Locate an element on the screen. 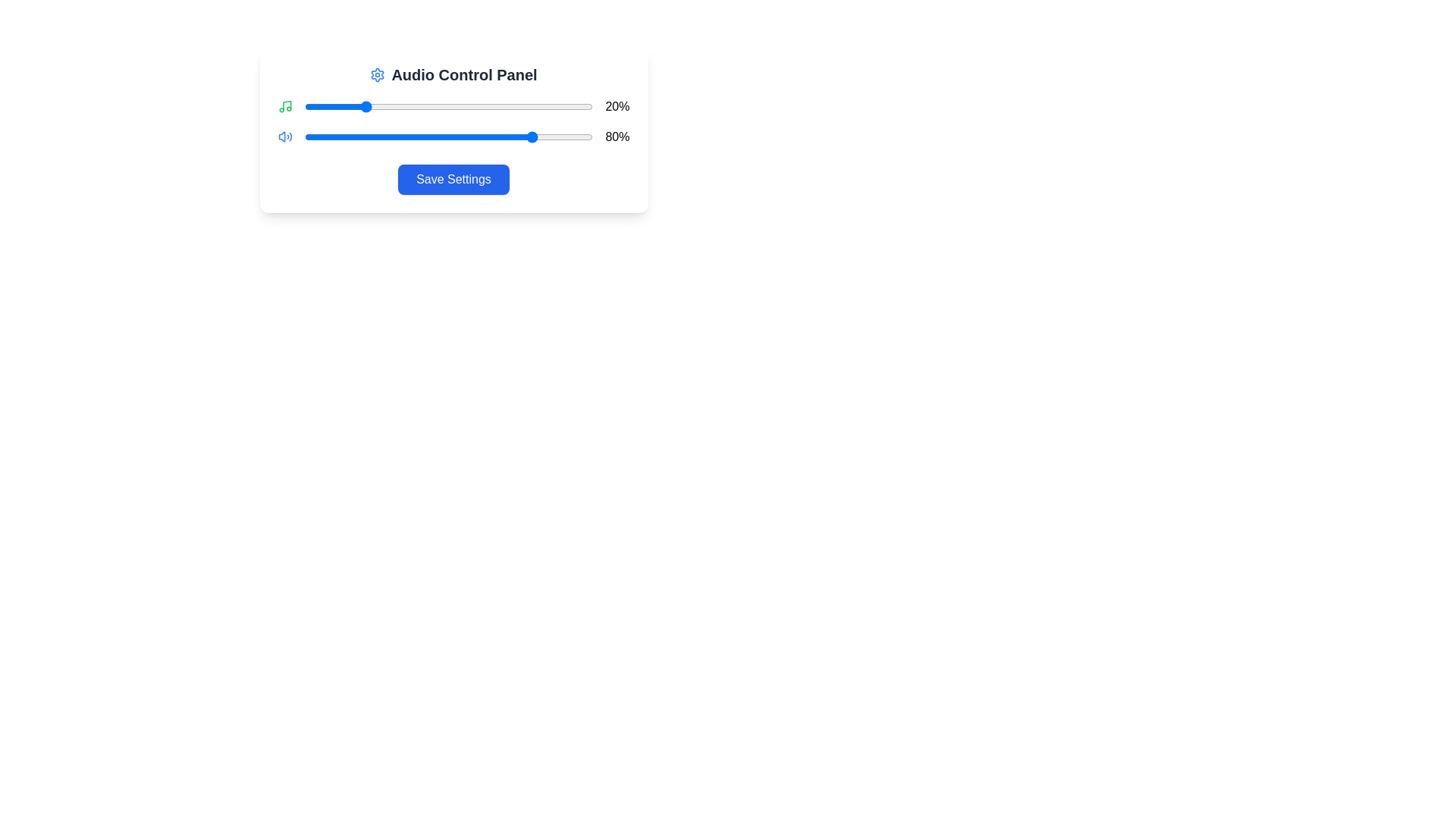  the 'Save Settings' button to observe hover effects is located at coordinates (453, 178).